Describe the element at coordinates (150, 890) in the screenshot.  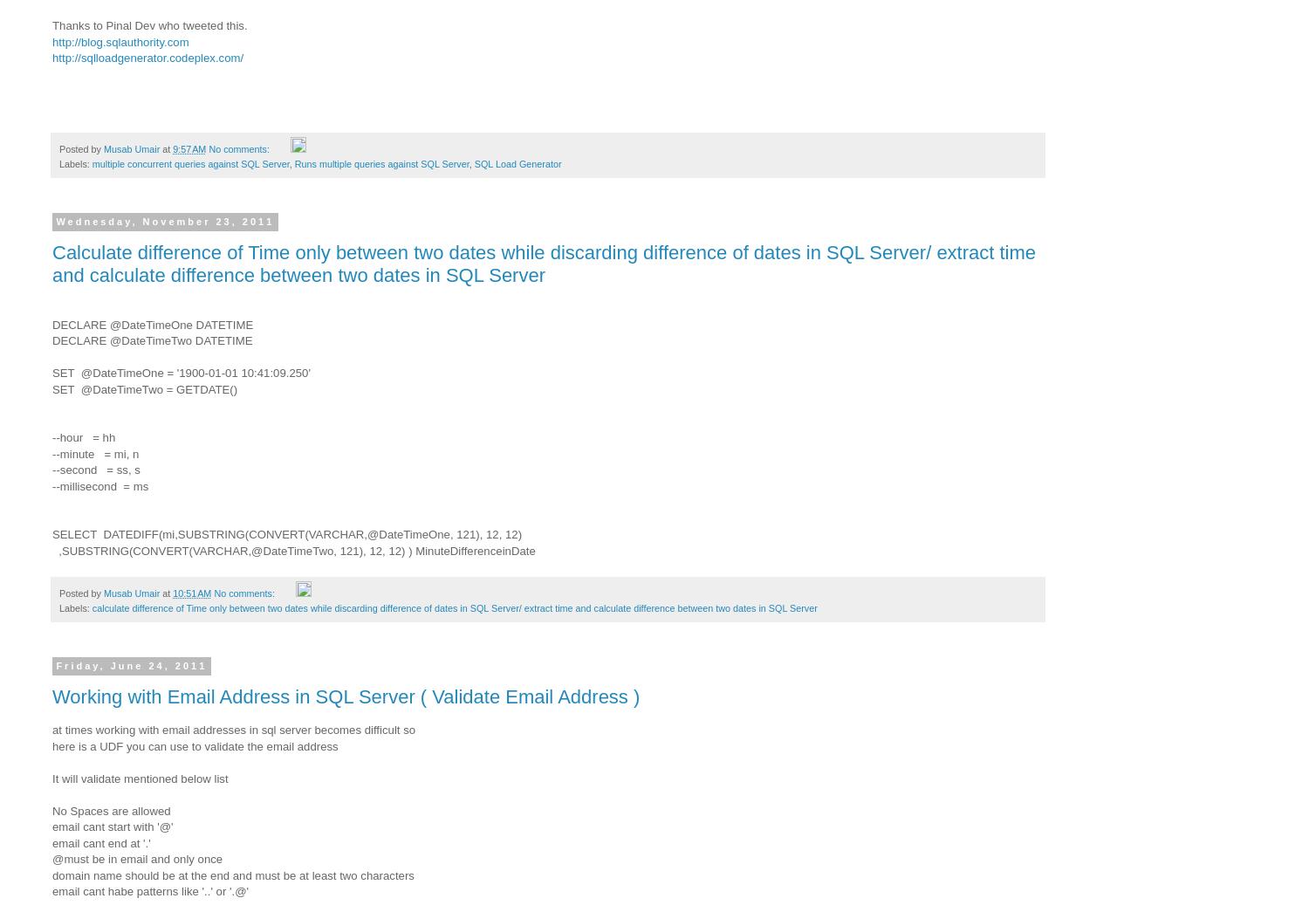
I see `'email cant habe patterns like '..' or '.@''` at that location.